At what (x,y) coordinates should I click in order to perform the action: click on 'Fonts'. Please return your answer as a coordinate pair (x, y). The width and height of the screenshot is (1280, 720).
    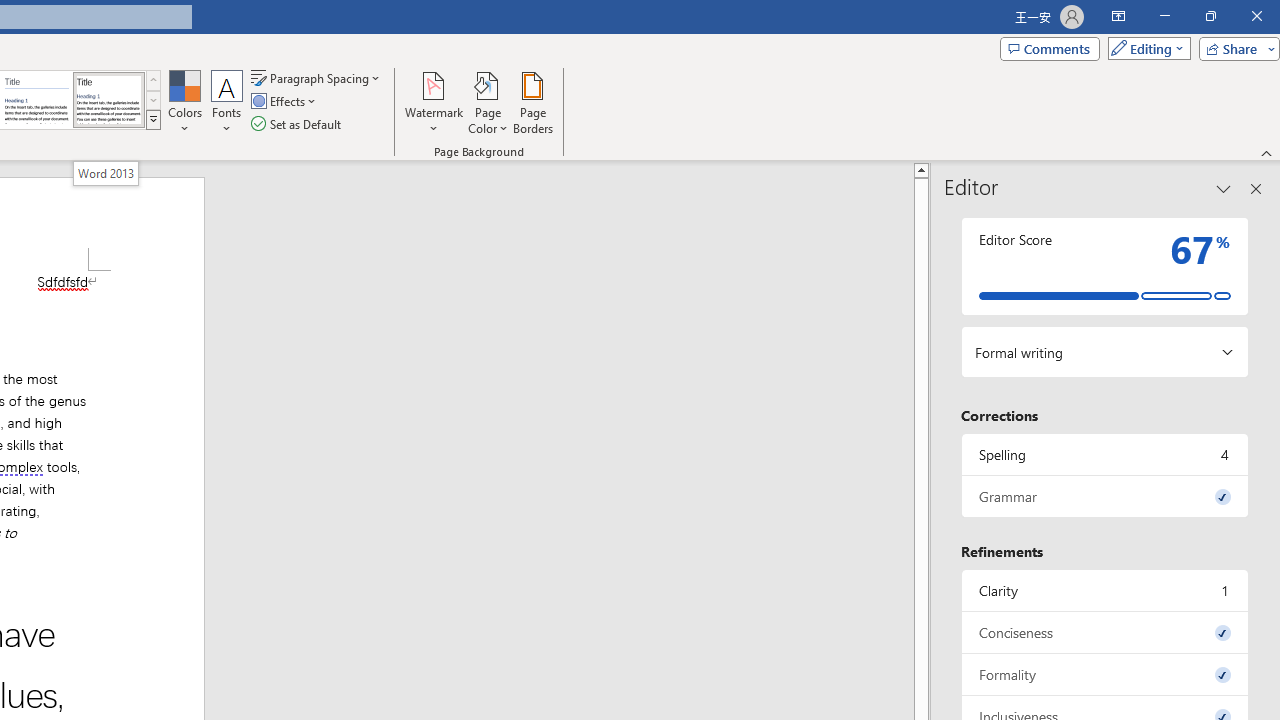
    Looking at the image, I should click on (227, 103).